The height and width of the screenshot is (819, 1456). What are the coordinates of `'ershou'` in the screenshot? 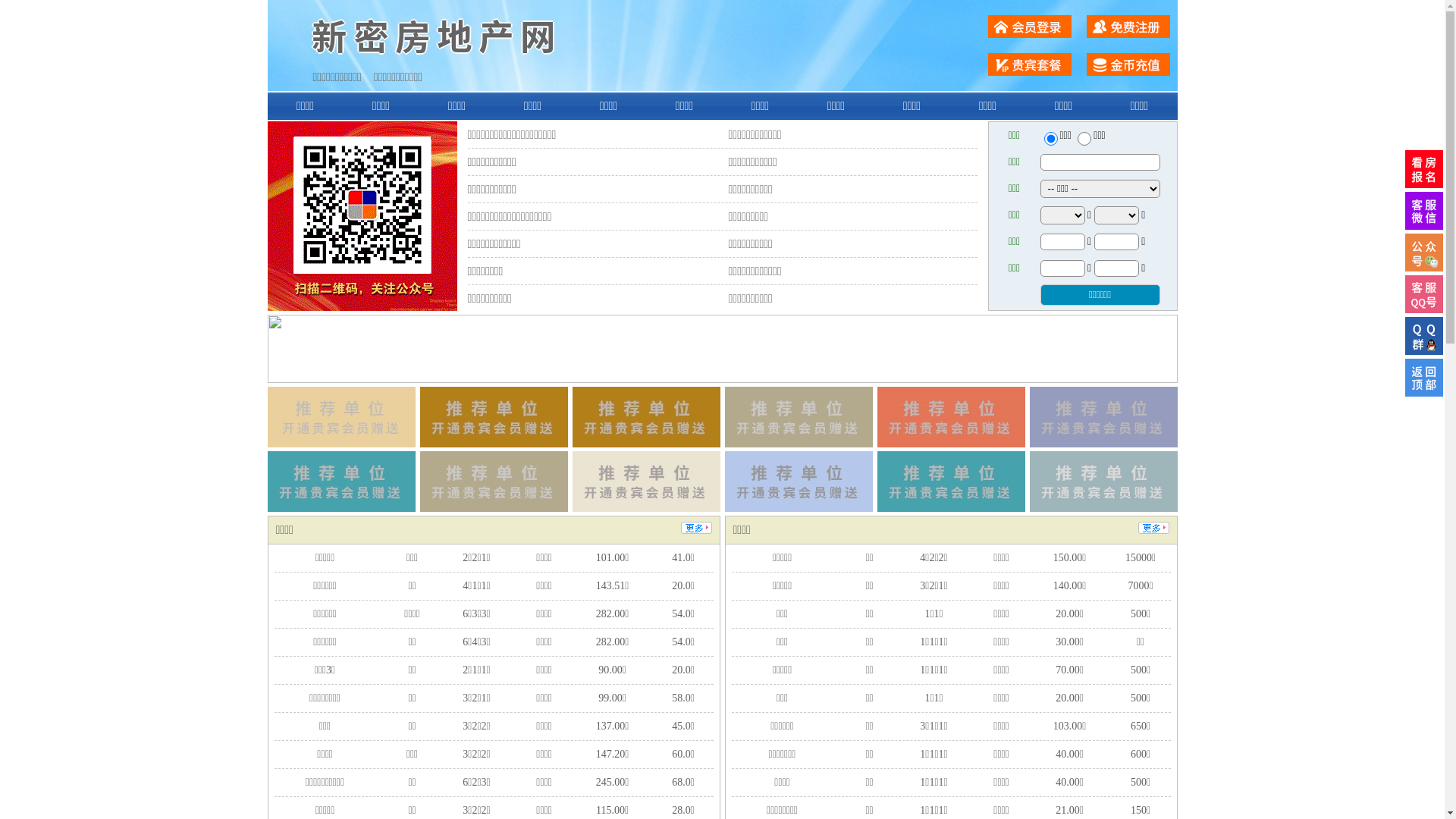 It's located at (1050, 138).